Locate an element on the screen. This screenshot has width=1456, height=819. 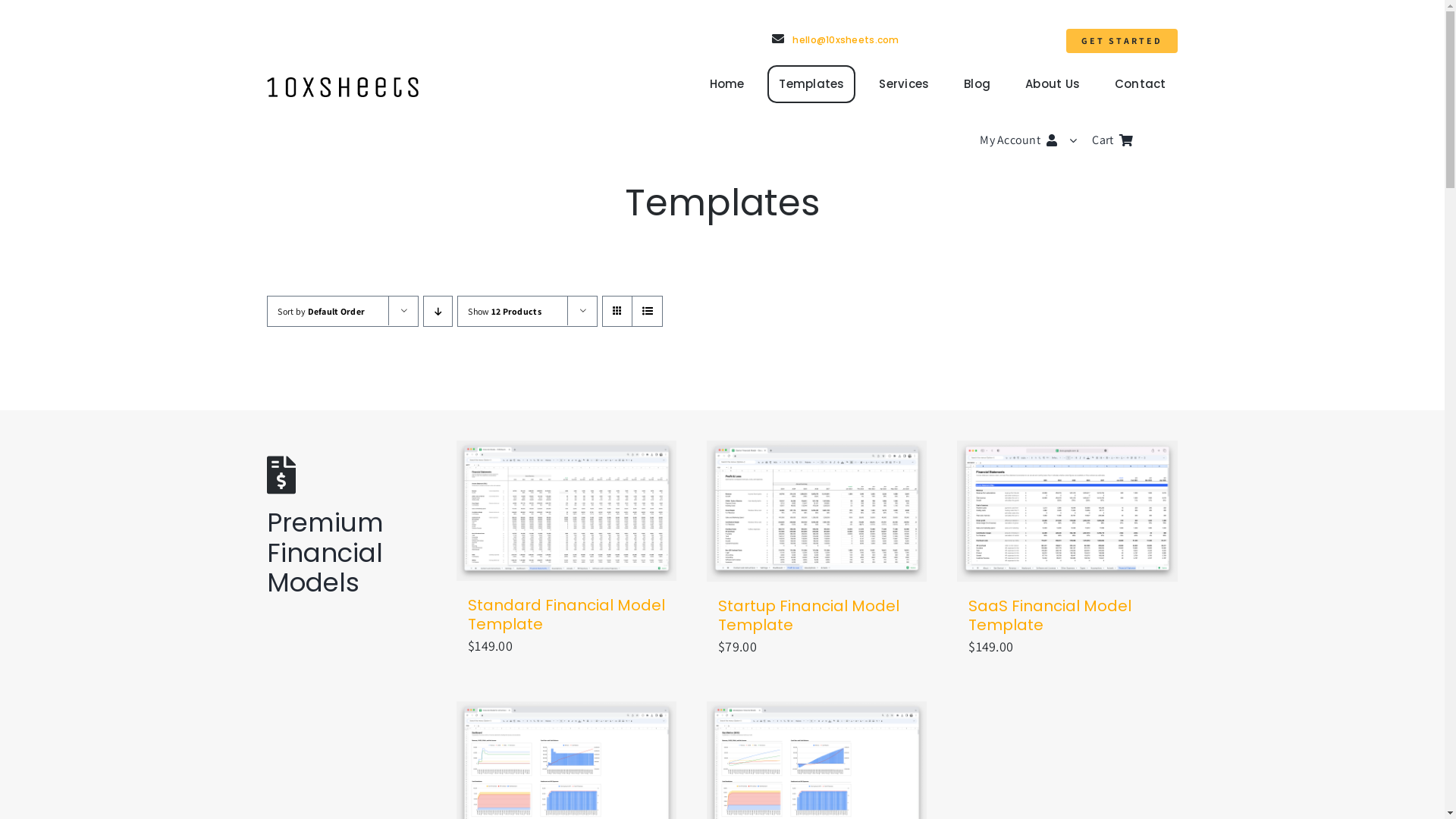
'About Us' is located at coordinates (1051, 84).